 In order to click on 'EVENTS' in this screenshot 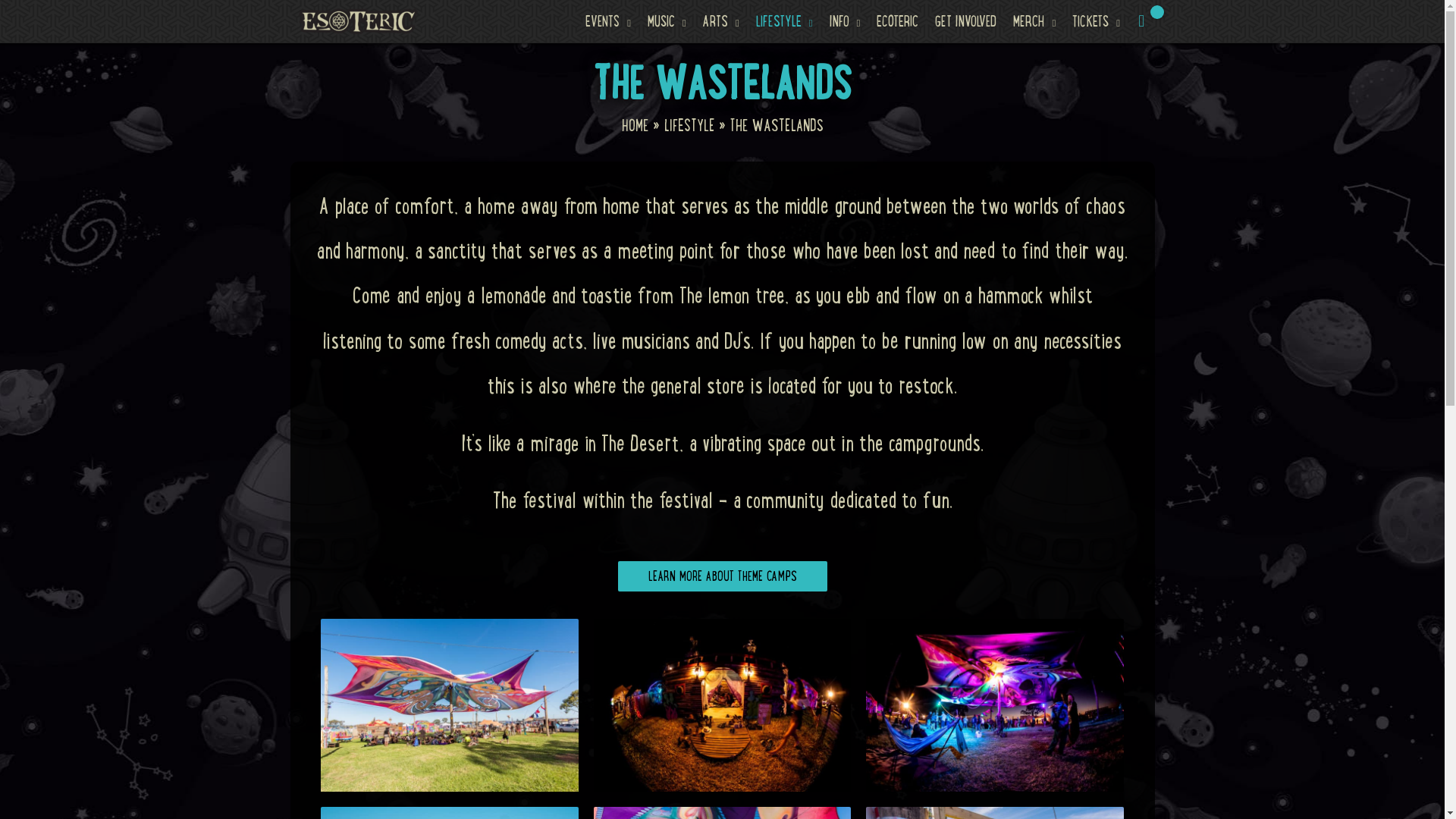, I will do `click(607, 20)`.